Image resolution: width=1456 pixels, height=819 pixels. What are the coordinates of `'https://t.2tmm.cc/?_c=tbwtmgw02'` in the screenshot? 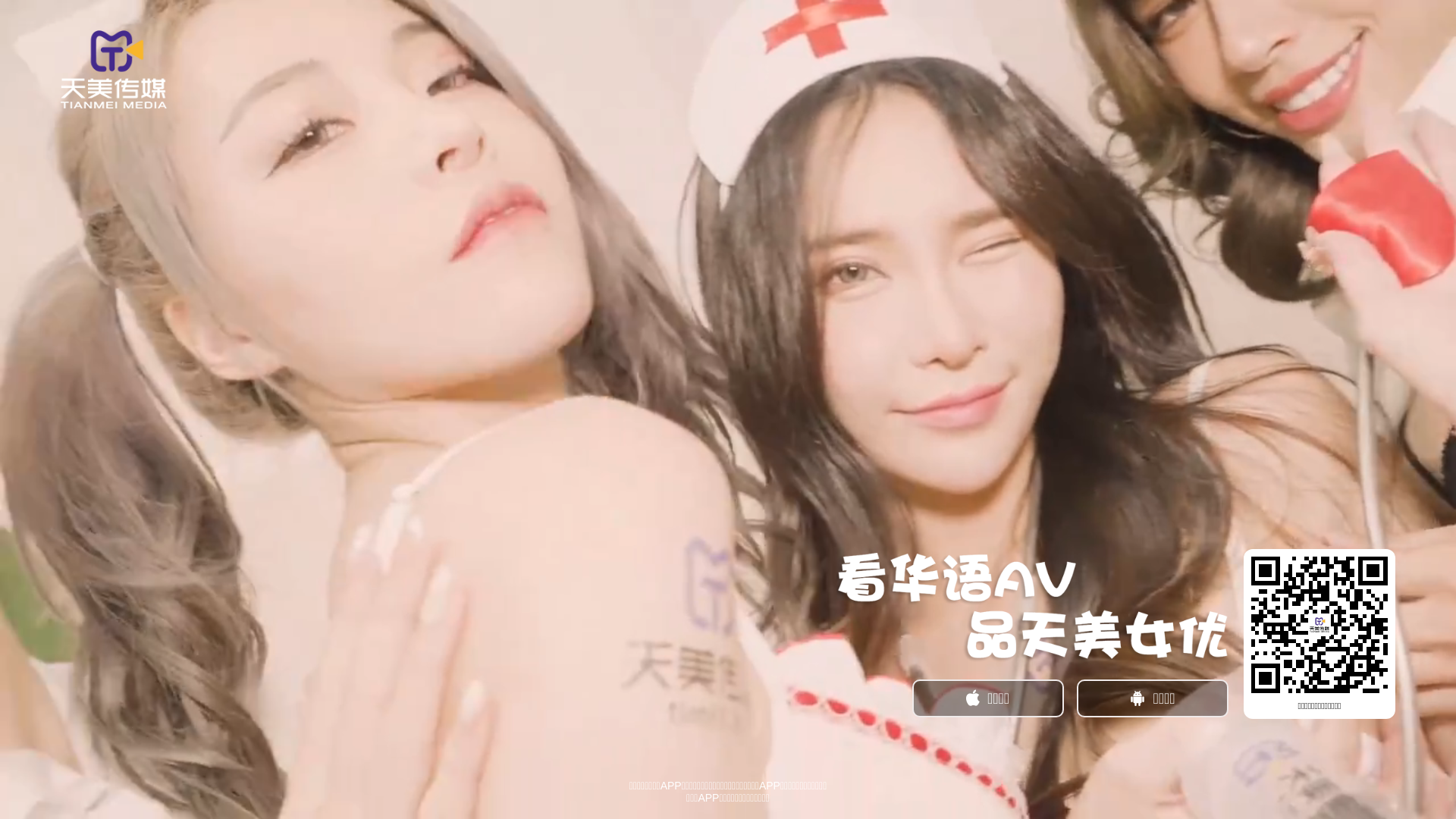 It's located at (1318, 625).